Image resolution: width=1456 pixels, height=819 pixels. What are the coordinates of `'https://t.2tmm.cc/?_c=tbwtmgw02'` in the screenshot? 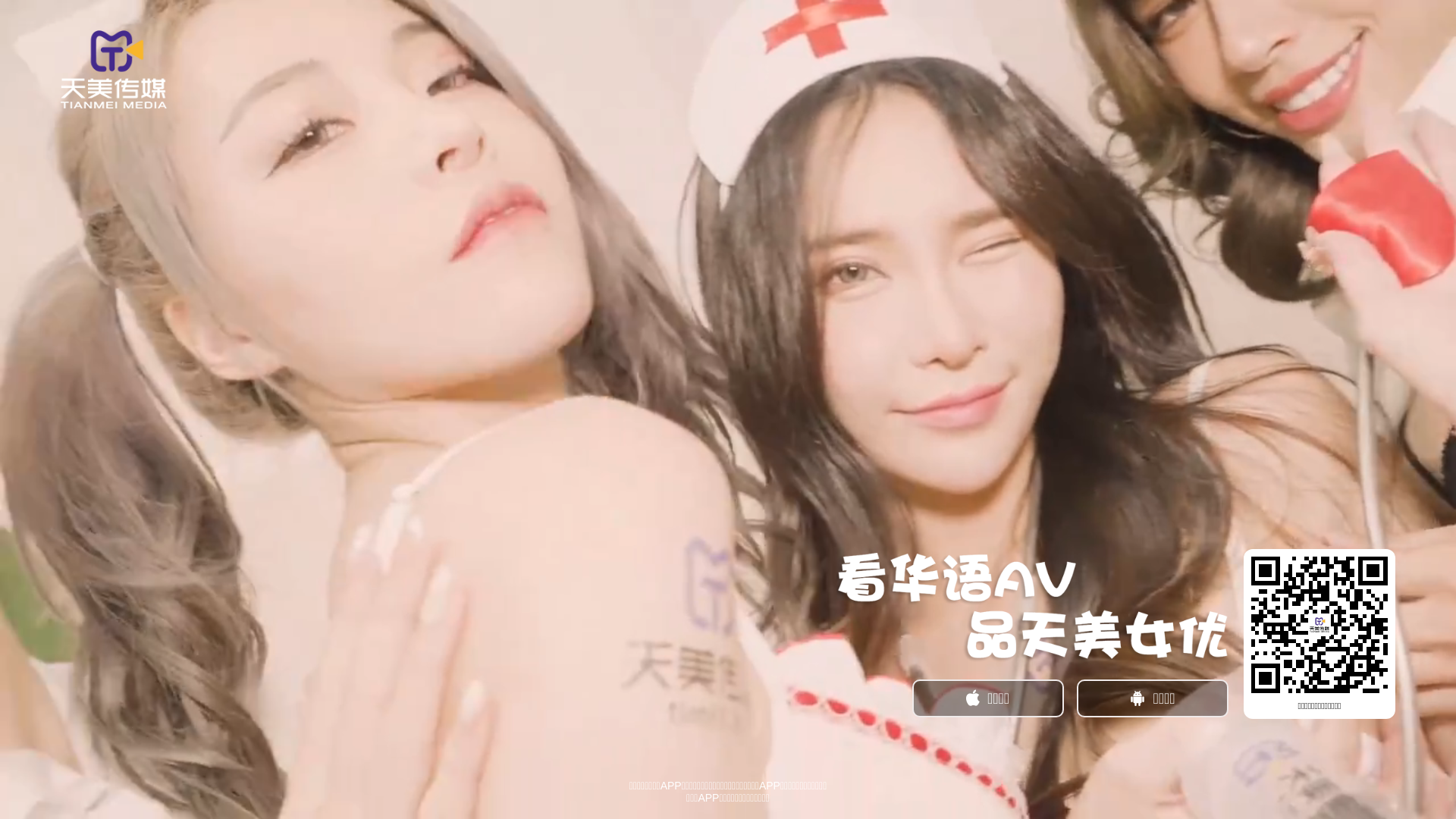 It's located at (1318, 625).